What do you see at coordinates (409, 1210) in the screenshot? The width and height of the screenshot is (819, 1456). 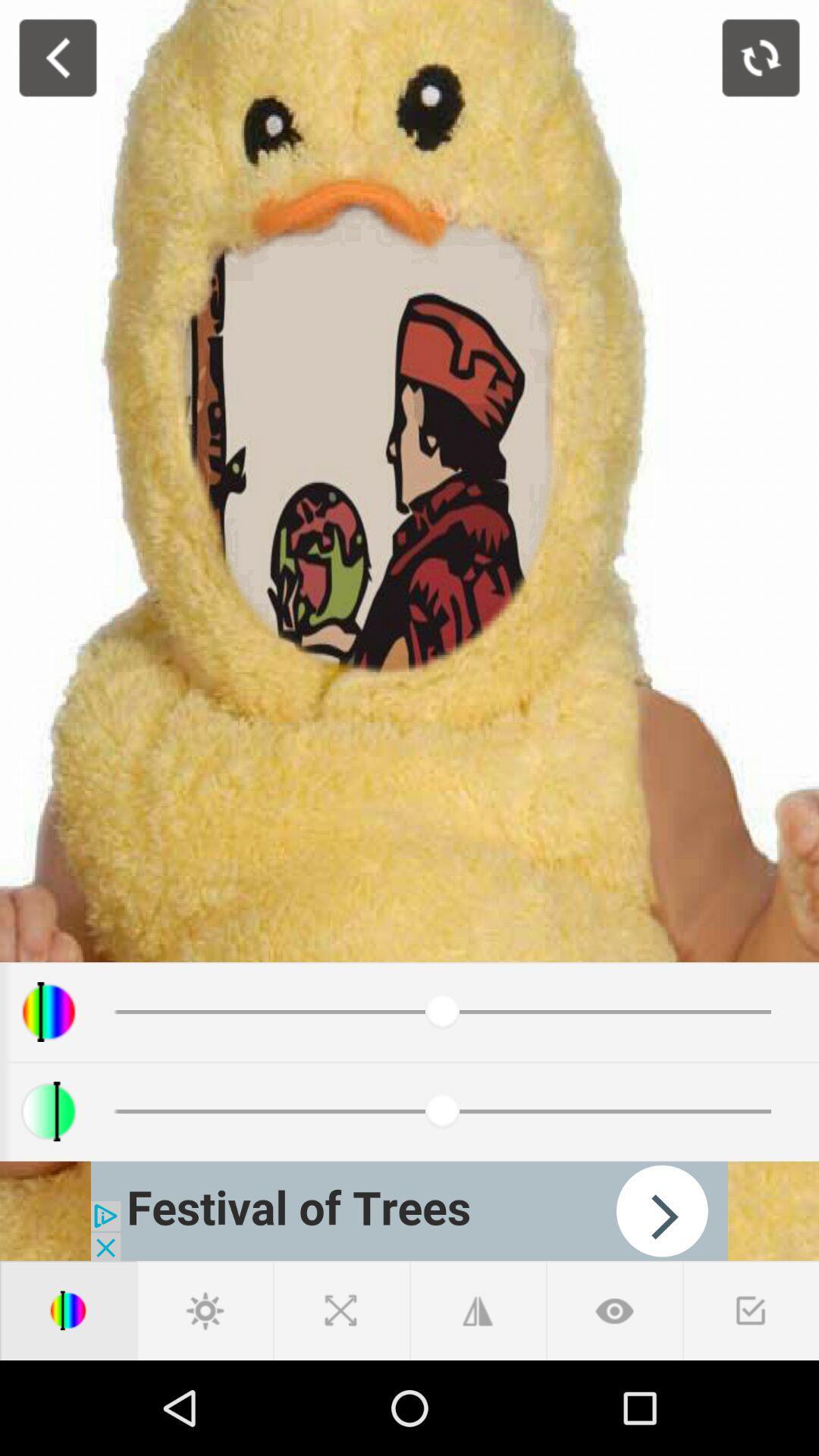 I see `next page that in named` at bounding box center [409, 1210].